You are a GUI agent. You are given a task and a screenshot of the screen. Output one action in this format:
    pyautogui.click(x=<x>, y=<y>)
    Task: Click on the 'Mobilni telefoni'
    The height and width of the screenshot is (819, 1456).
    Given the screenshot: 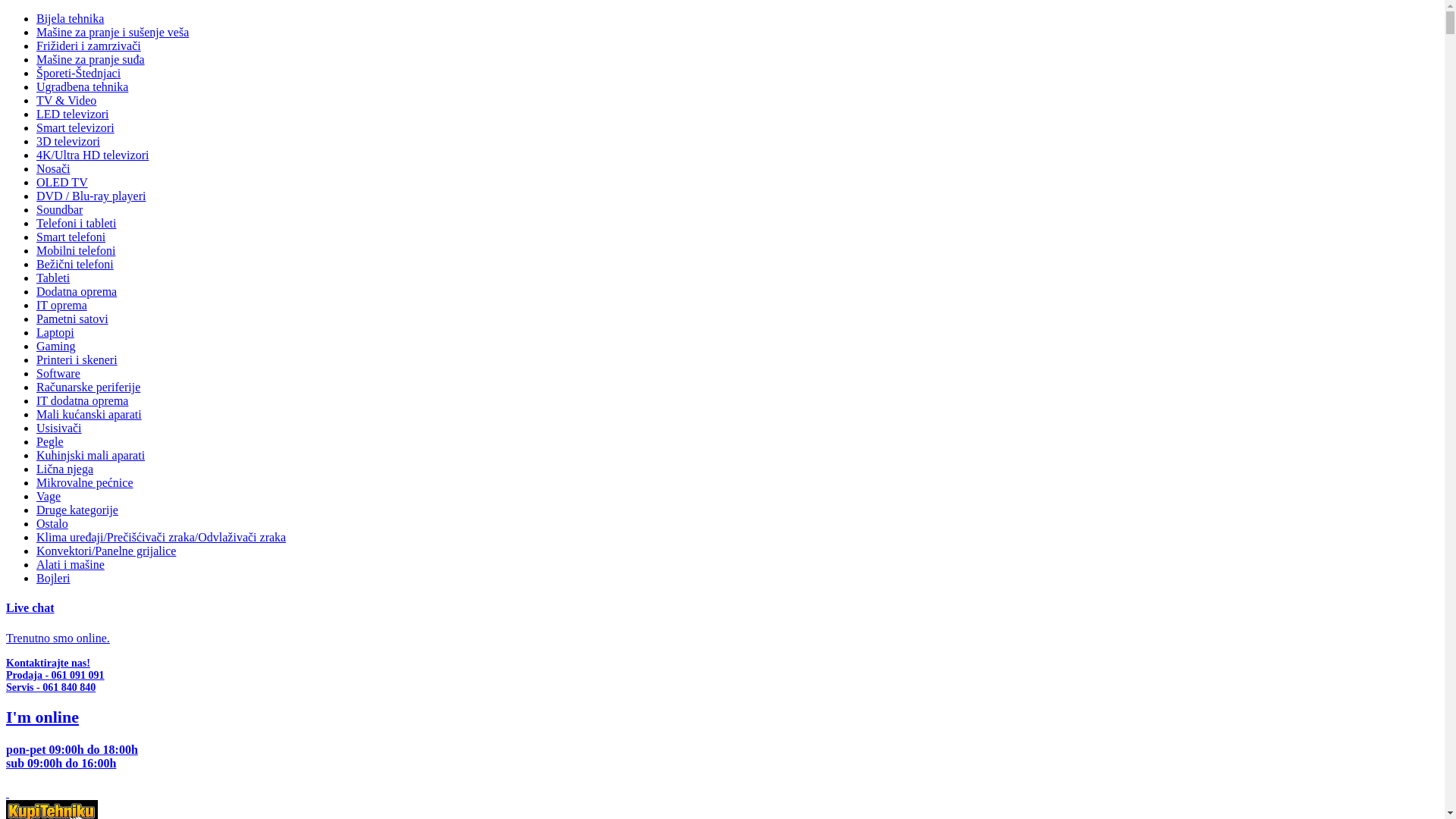 What is the action you would take?
    pyautogui.click(x=75, y=249)
    